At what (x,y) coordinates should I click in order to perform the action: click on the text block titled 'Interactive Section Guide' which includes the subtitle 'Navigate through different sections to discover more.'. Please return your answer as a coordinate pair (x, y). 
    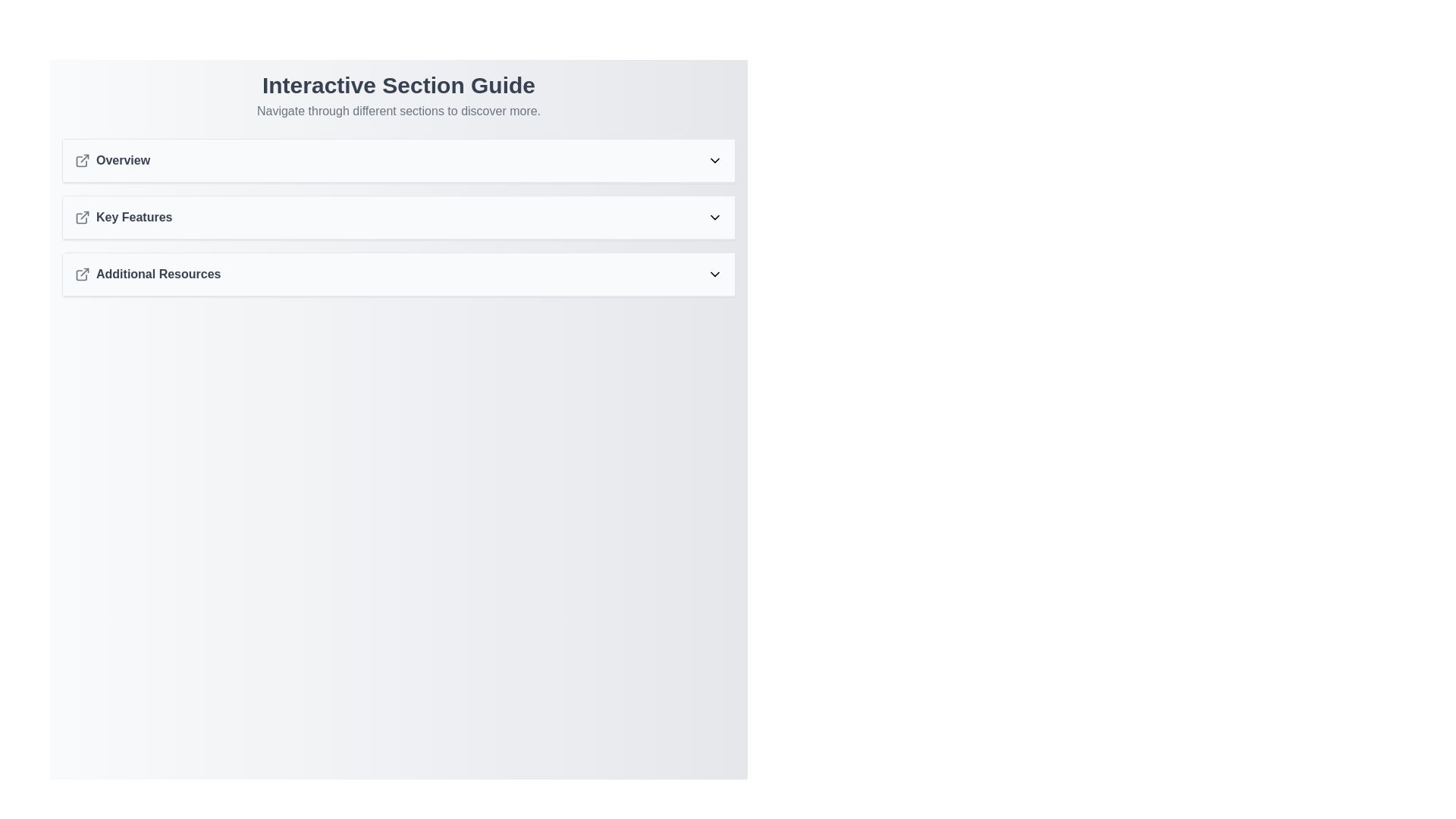
    Looking at the image, I should click on (399, 96).